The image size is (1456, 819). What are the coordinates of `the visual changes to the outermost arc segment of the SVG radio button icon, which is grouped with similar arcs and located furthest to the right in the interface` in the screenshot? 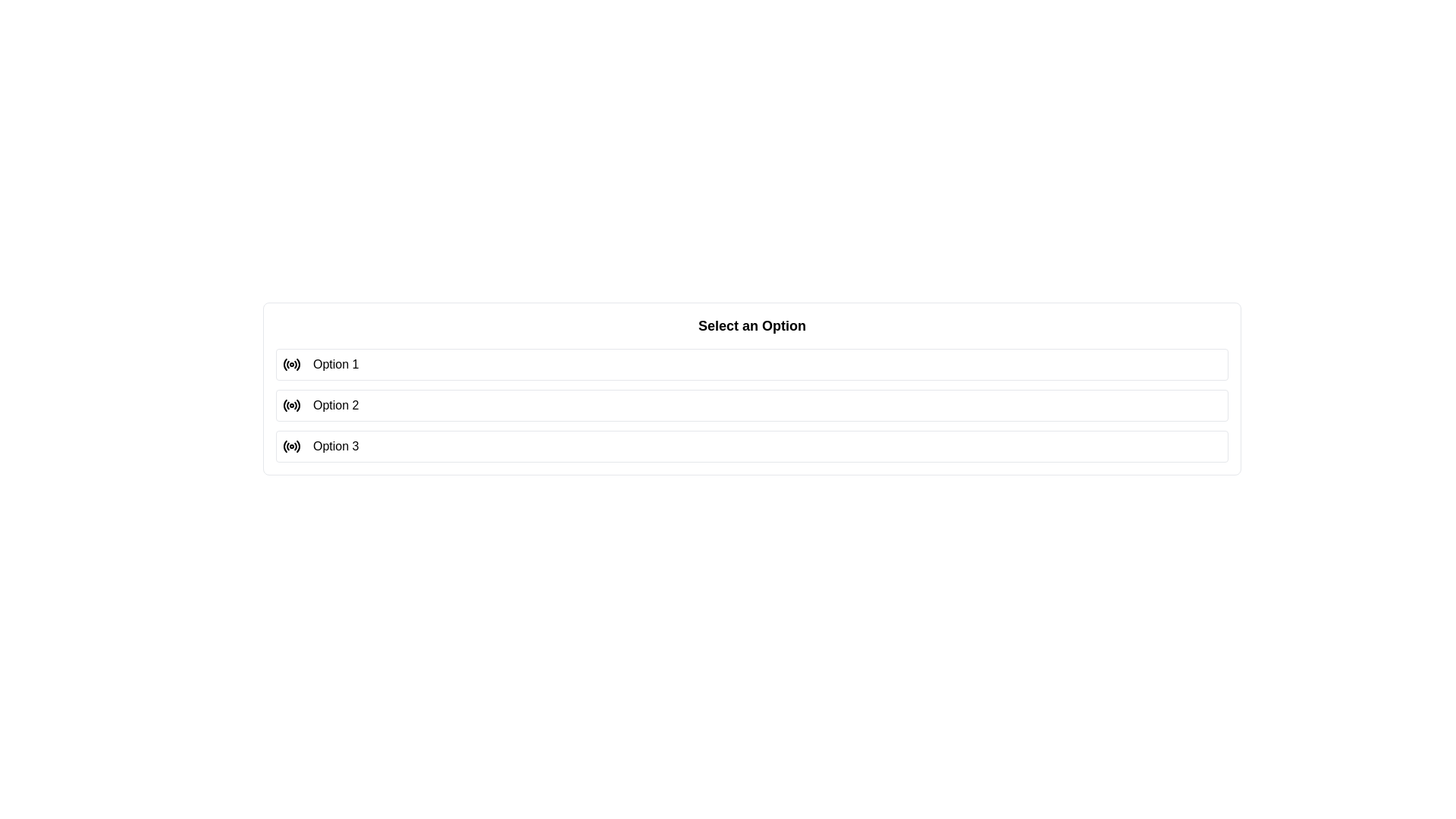 It's located at (298, 364).